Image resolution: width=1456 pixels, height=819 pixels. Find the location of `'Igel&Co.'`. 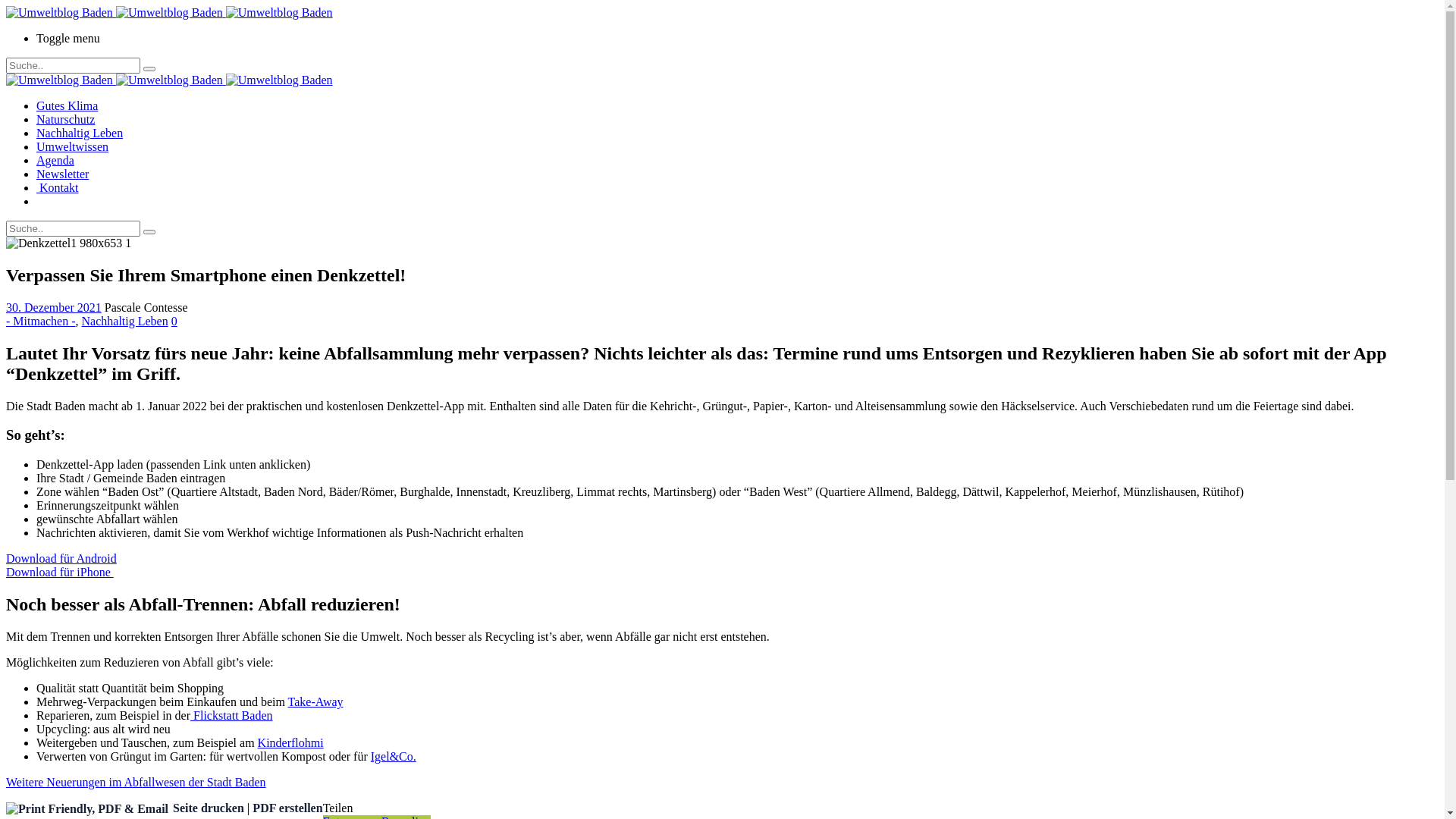

'Igel&Co.' is located at coordinates (371, 756).